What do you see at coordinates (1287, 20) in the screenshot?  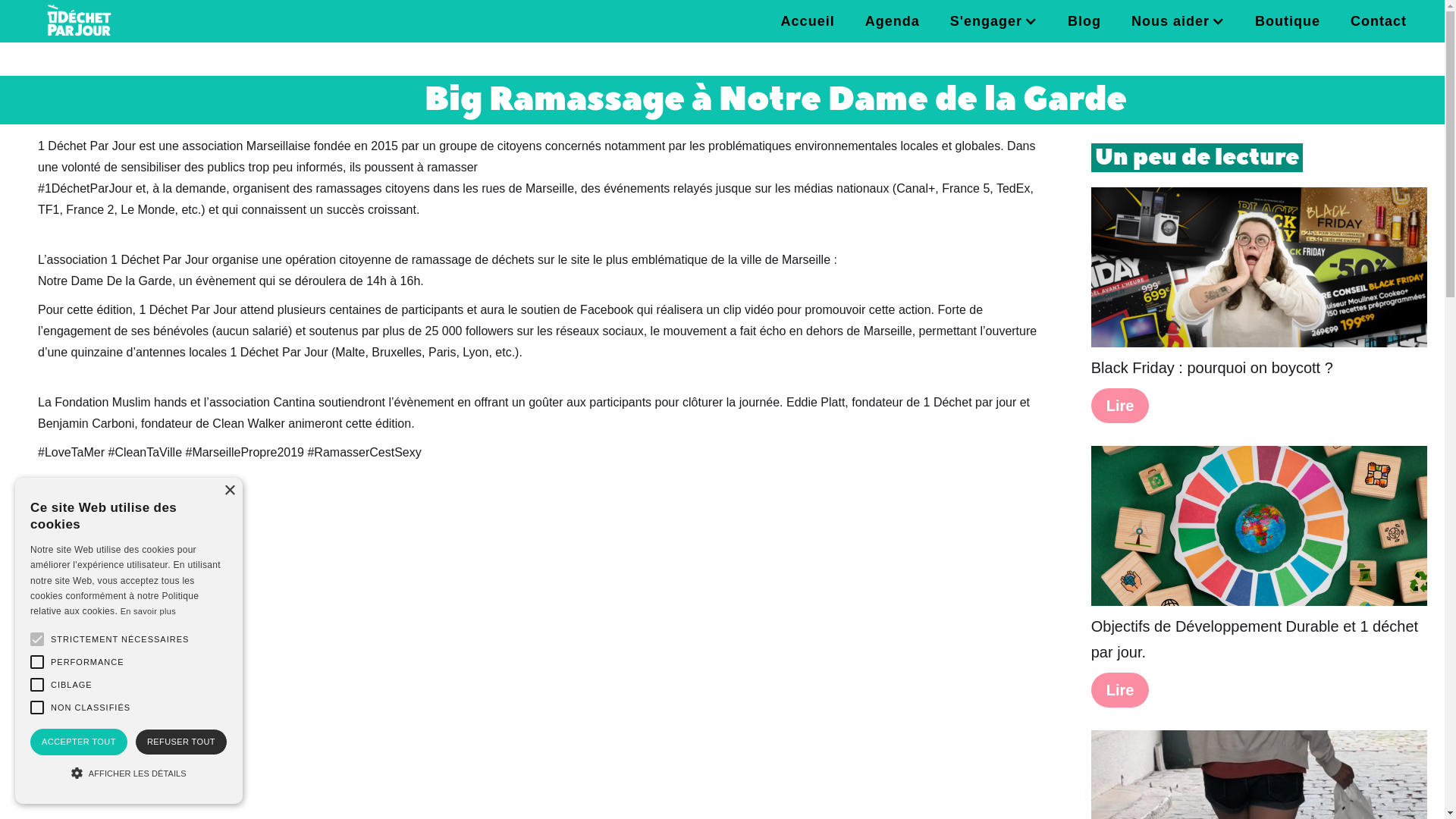 I see `'Boutique'` at bounding box center [1287, 20].